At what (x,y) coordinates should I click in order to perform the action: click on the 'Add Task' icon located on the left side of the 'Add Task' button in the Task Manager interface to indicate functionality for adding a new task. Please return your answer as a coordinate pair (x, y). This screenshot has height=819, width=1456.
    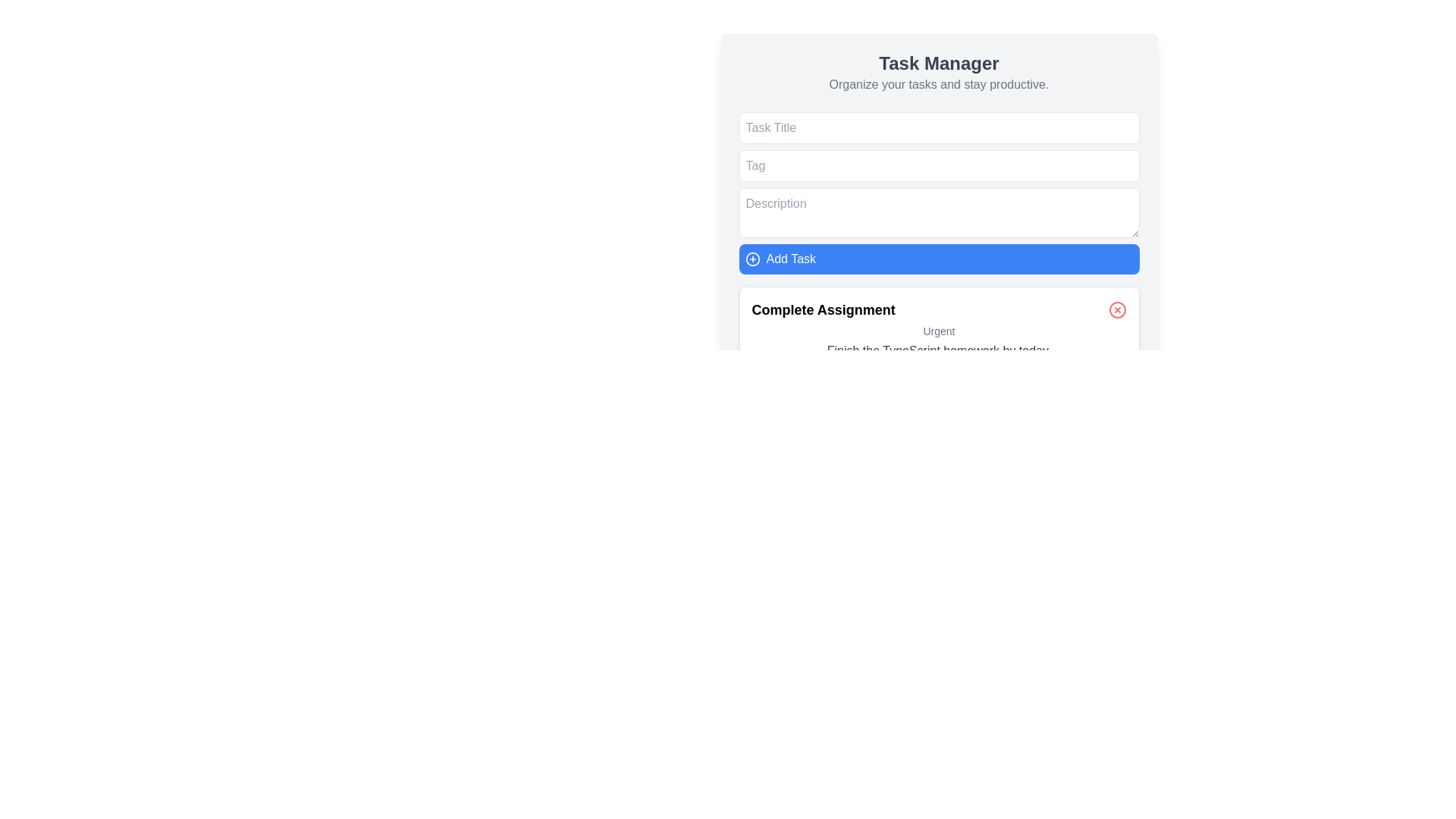
    Looking at the image, I should click on (752, 259).